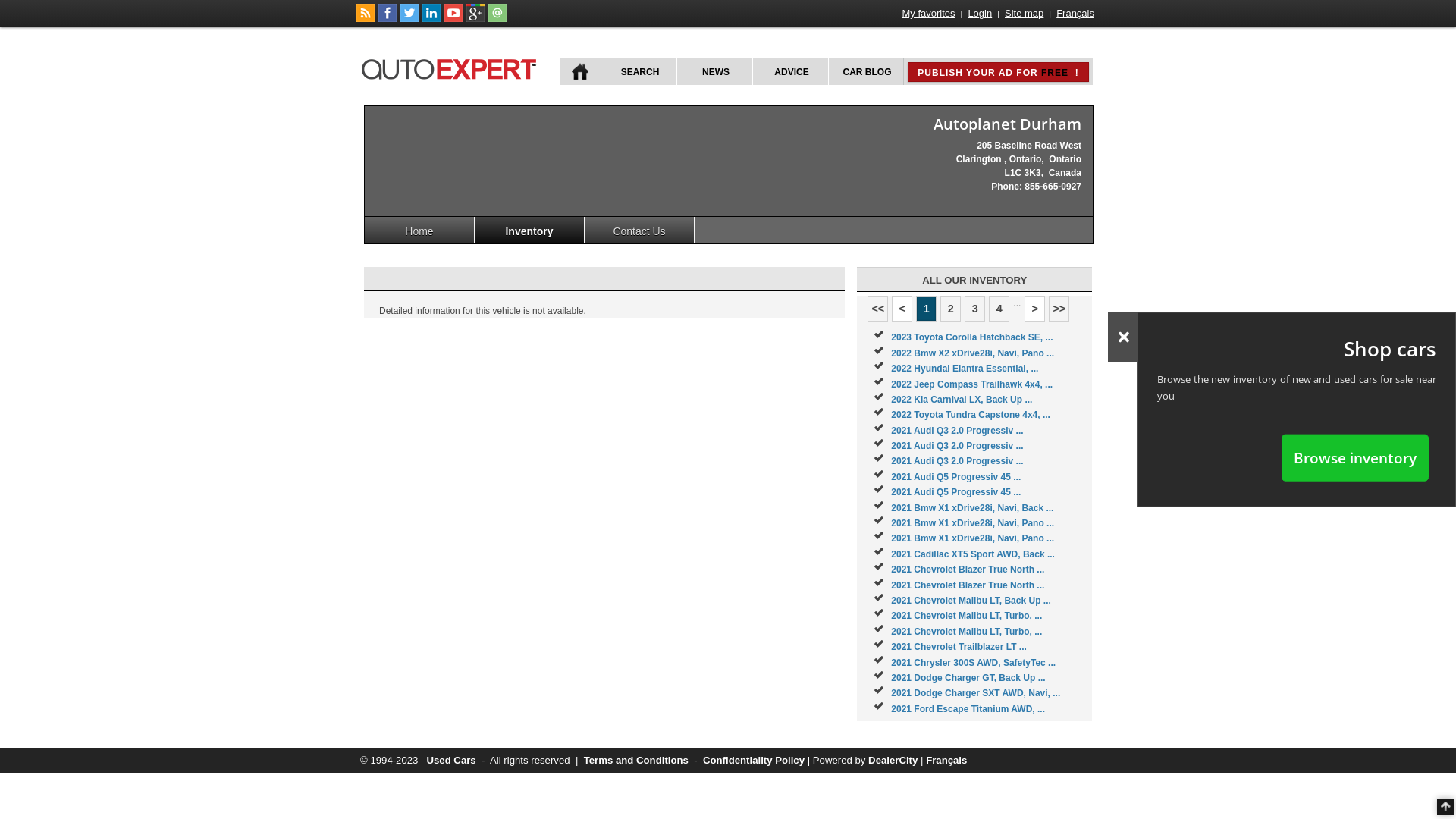 Image resolution: width=1456 pixels, height=819 pixels. Describe the element at coordinates (431, 18) in the screenshot. I see `'Follow Publications Le Guide Inc. on LinkedIn'` at that location.